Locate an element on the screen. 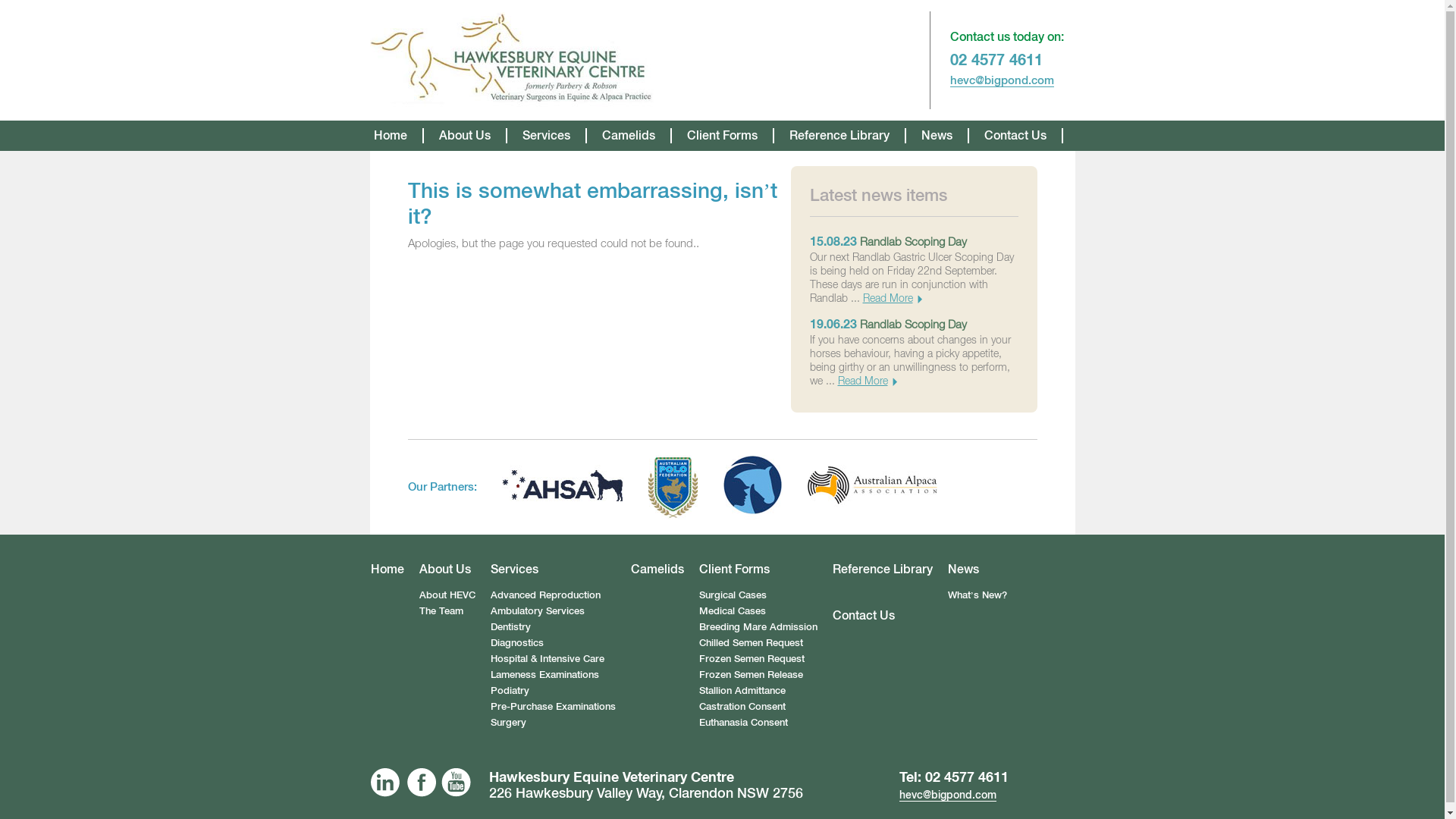  'Dentistry' is located at coordinates (510, 626).